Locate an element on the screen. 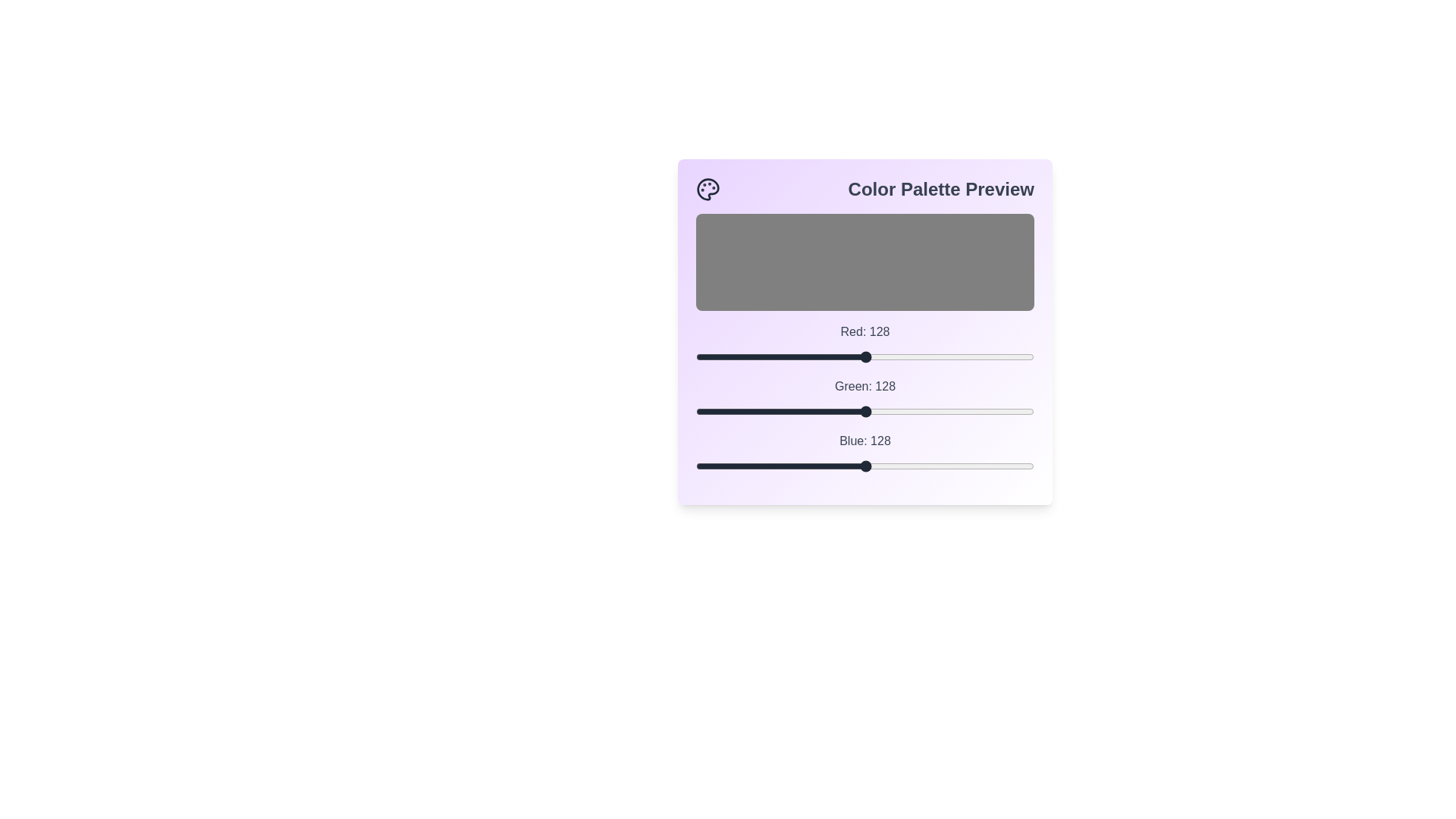 The height and width of the screenshot is (819, 1456). the green color value is located at coordinates (767, 412).